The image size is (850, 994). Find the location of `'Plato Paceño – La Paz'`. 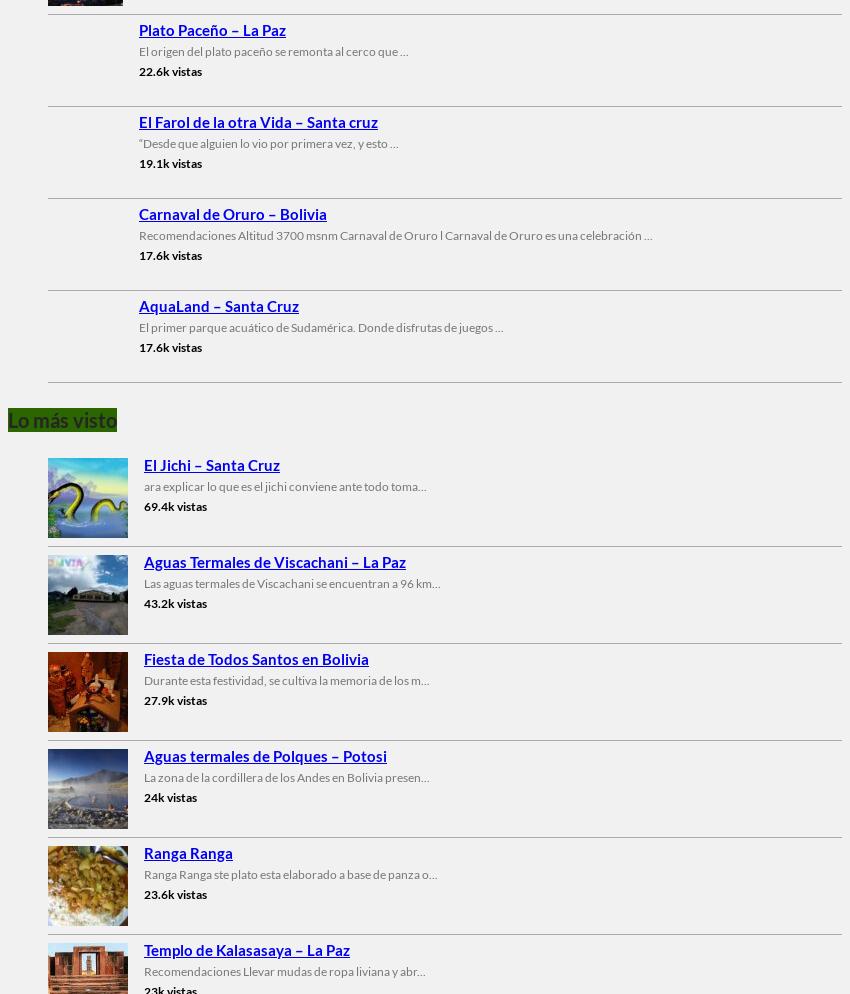

'Plato Paceño – La Paz' is located at coordinates (138, 29).